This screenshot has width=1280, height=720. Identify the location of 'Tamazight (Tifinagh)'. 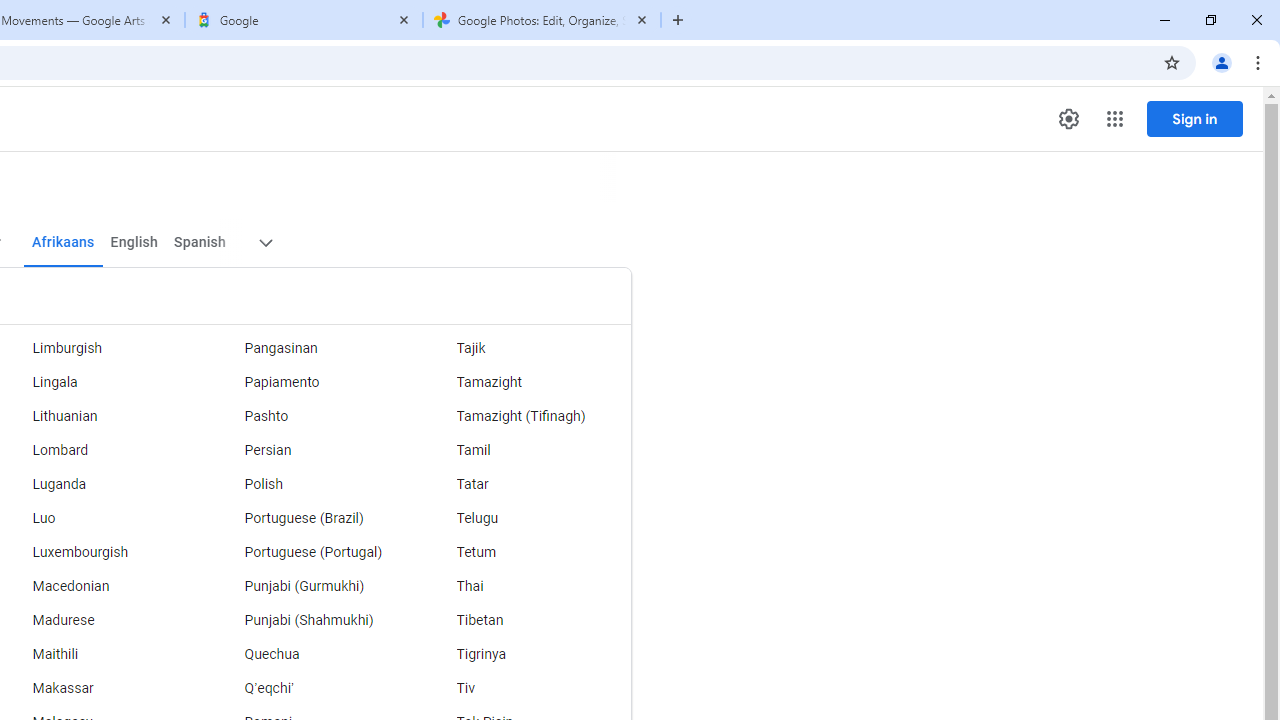
(525, 415).